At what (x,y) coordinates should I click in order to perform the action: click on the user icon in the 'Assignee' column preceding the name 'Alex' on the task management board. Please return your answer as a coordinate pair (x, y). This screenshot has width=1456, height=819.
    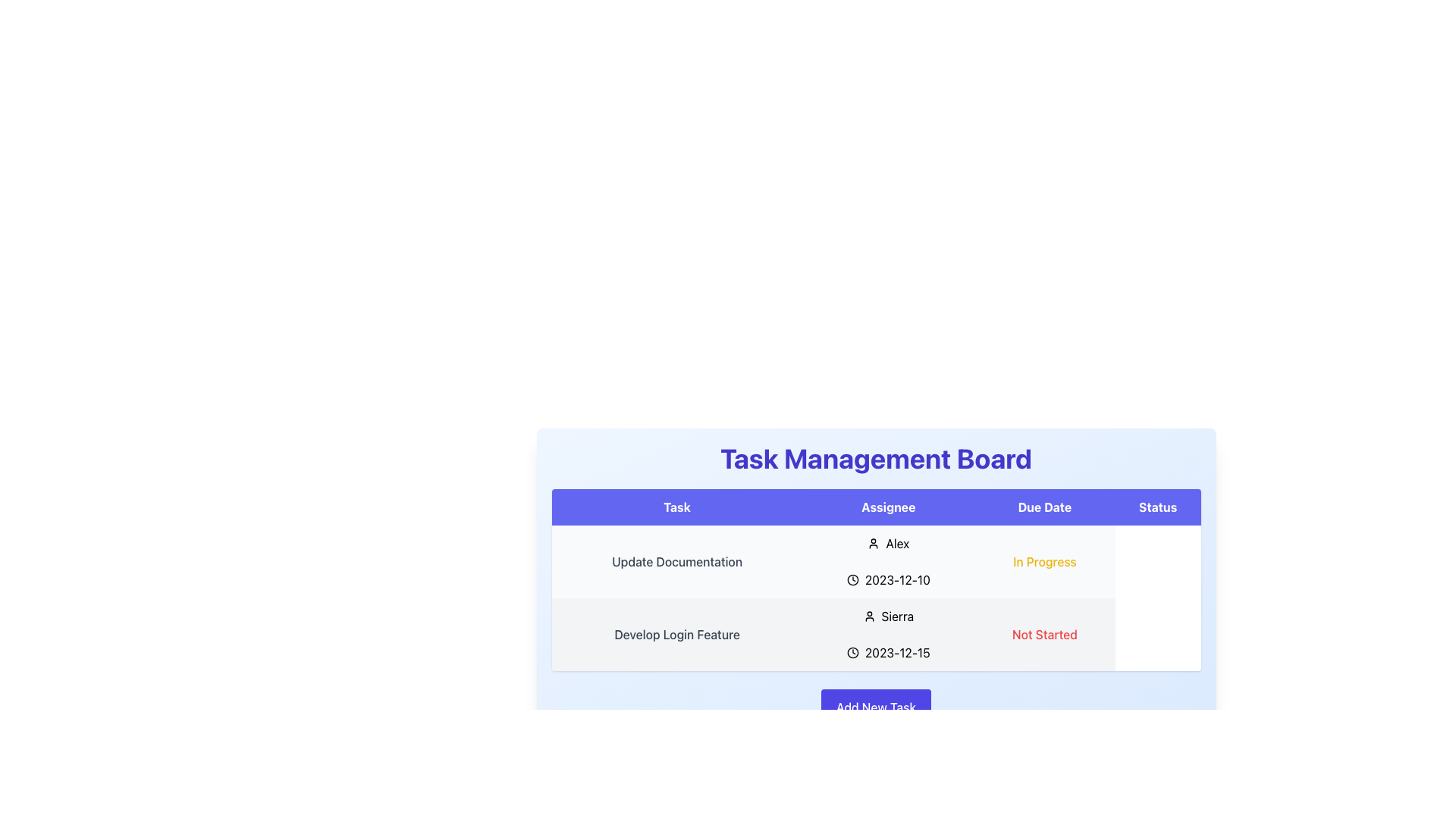
    Looking at the image, I should click on (874, 543).